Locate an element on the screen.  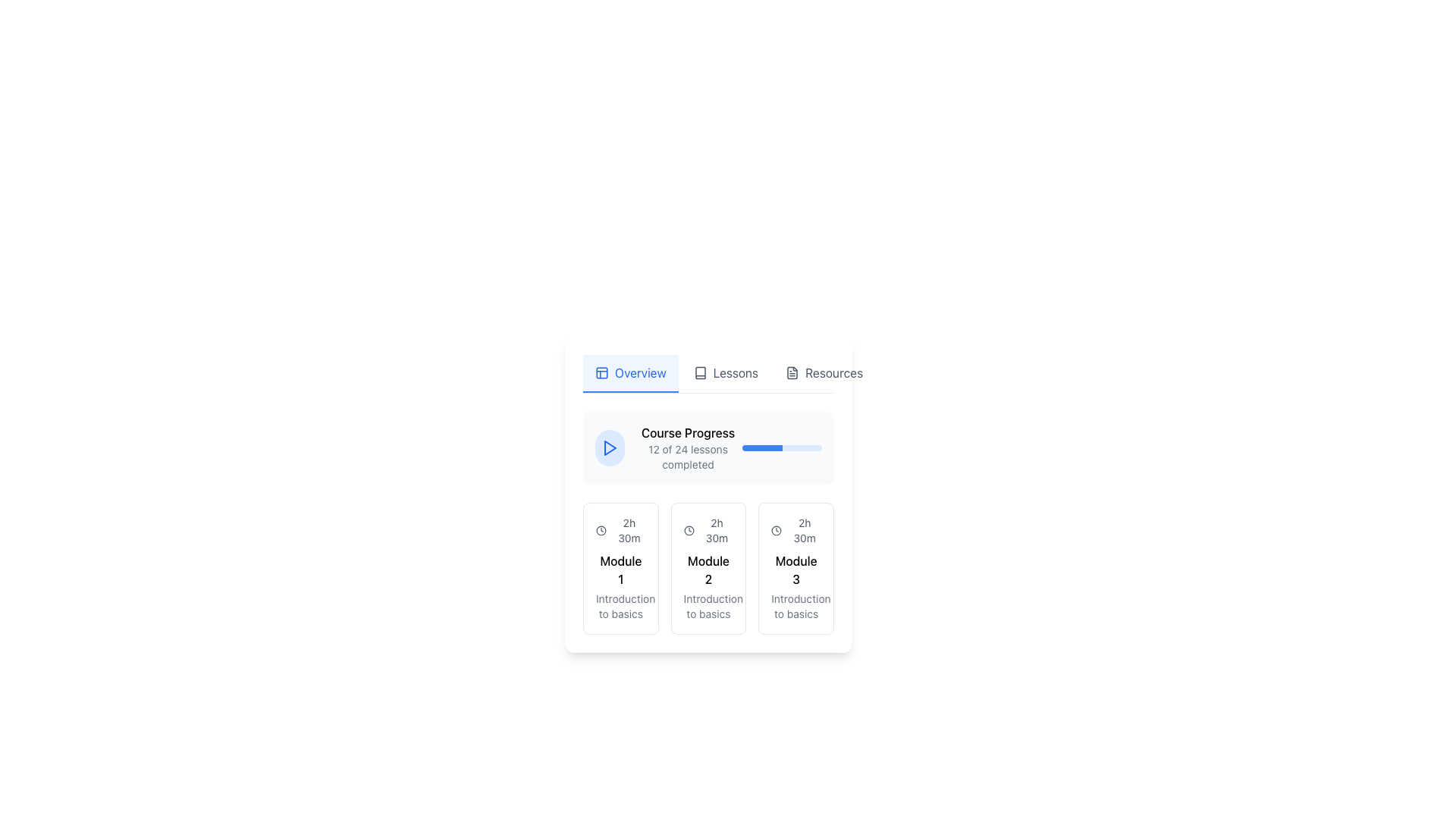
the 'Resources' menu item located on the right side of the navigation menu, adjacent to 'Lessons' and 'Discussions' is located at coordinates (824, 374).